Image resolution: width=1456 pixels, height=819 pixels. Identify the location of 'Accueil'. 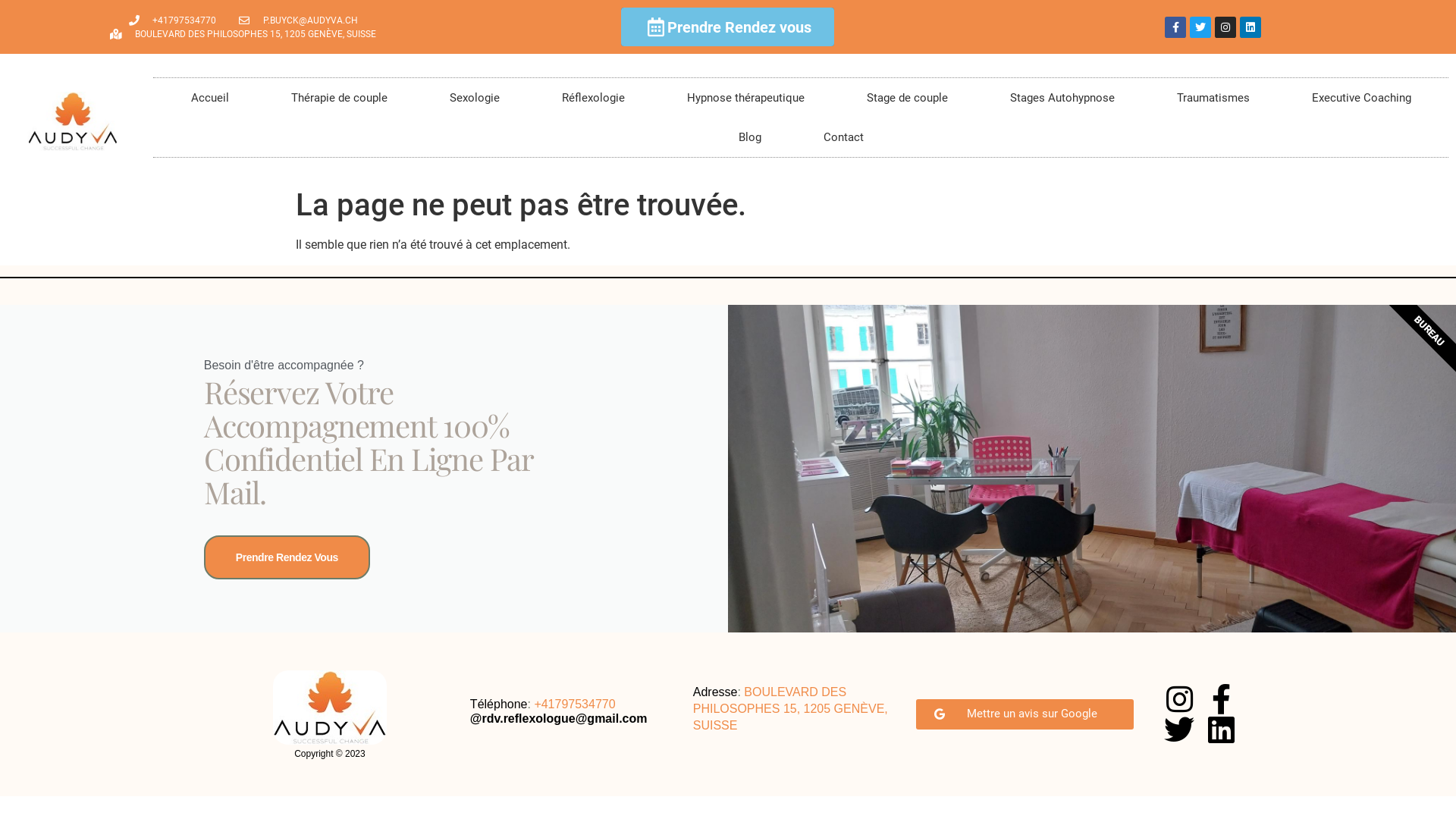
(208, 97).